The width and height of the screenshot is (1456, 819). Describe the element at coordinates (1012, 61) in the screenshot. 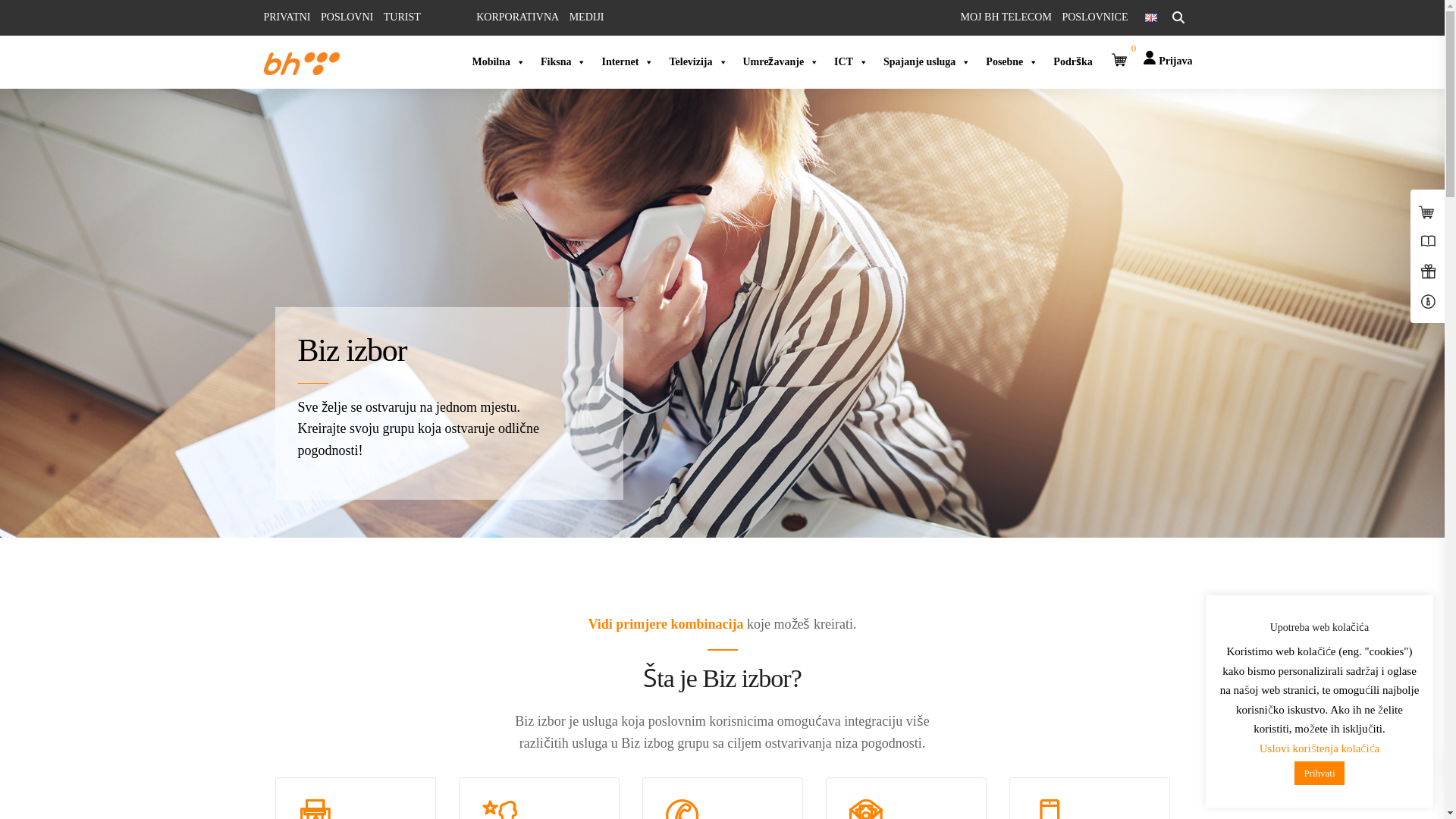

I see `'Posebne'` at that location.